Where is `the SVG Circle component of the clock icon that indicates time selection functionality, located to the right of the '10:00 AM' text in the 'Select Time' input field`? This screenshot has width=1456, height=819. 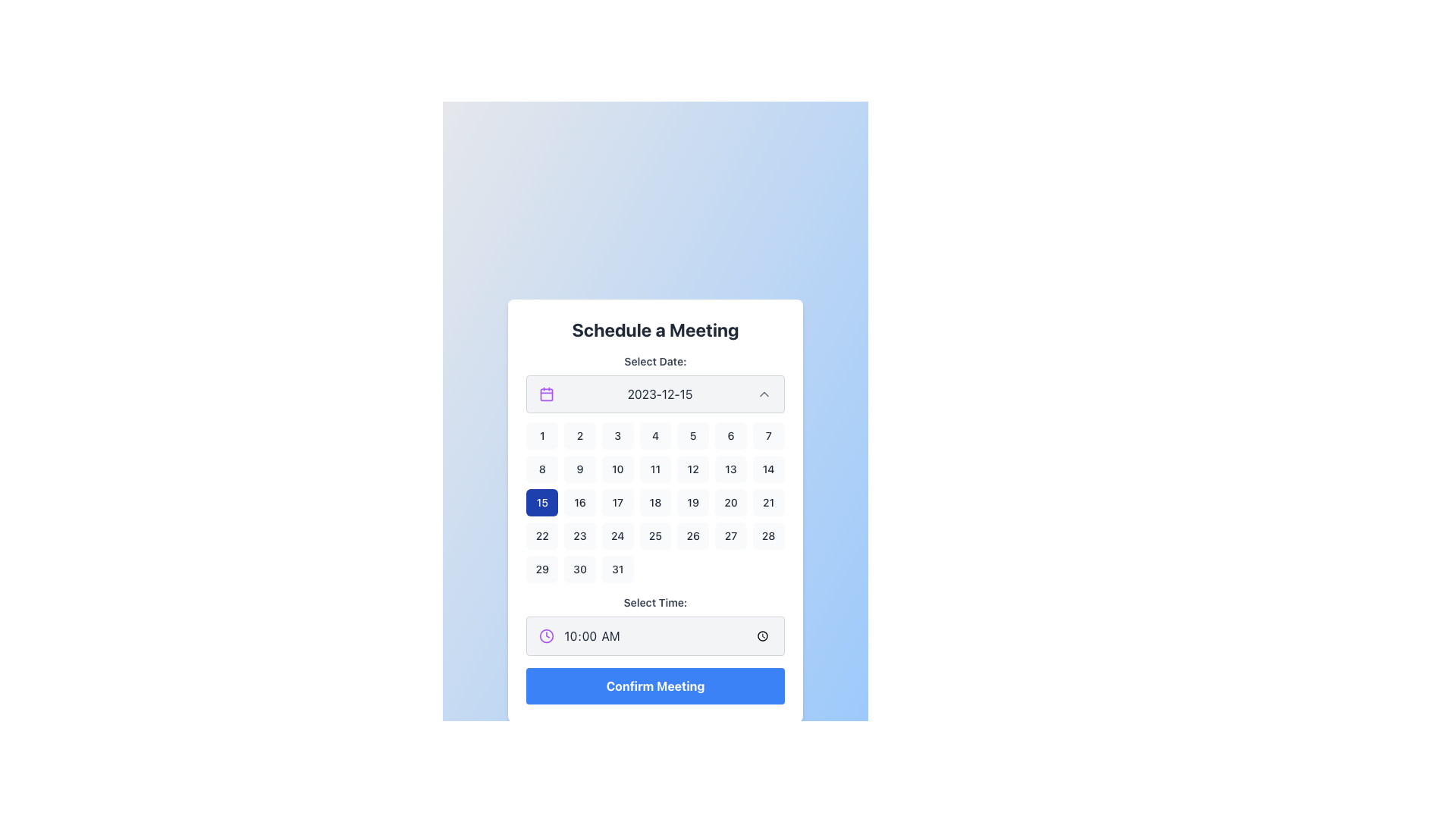 the SVG Circle component of the clock icon that indicates time selection functionality, located to the right of the '10:00 AM' text in the 'Select Time' input field is located at coordinates (546, 636).